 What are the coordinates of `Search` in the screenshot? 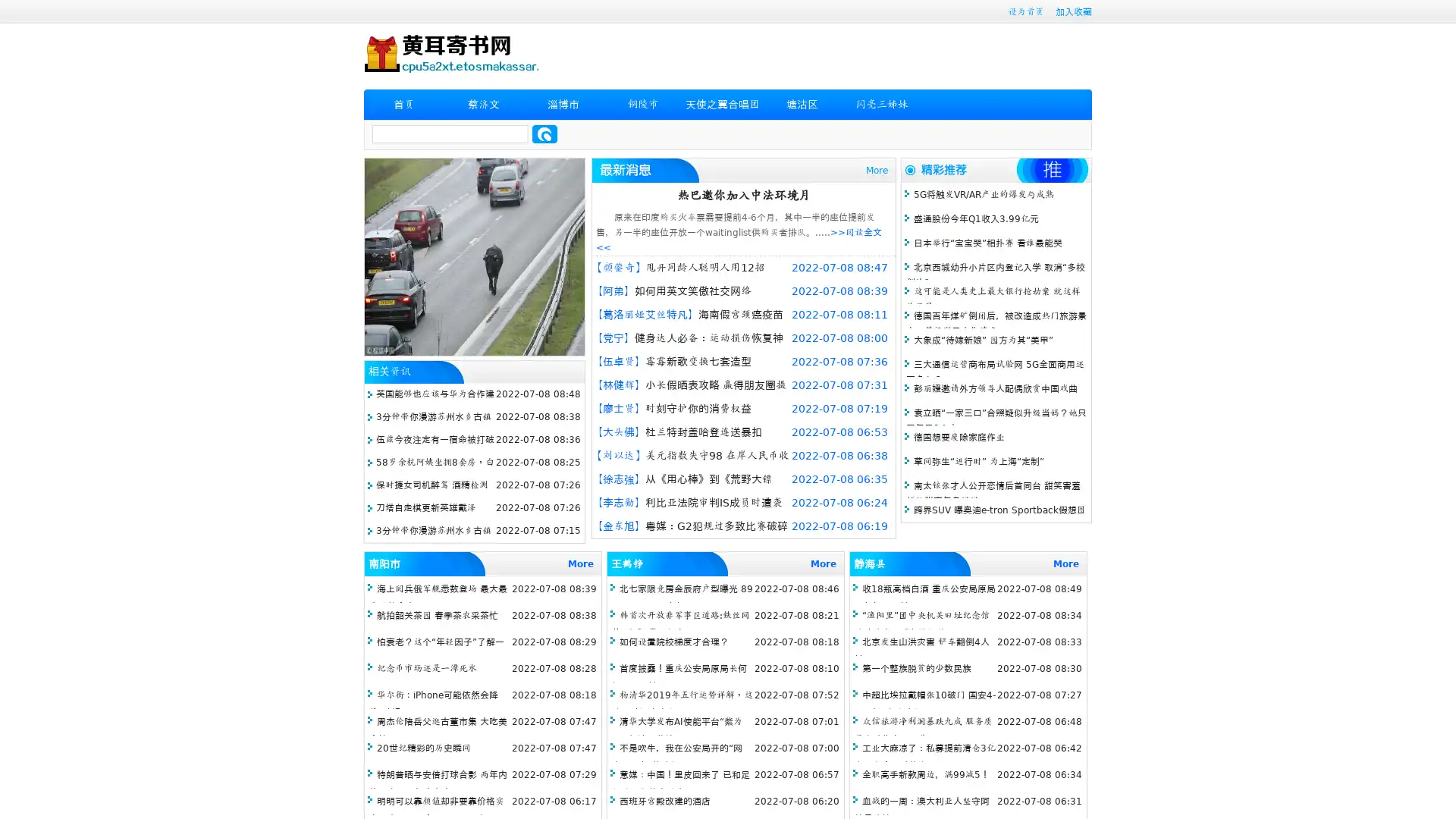 It's located at (544, 133).